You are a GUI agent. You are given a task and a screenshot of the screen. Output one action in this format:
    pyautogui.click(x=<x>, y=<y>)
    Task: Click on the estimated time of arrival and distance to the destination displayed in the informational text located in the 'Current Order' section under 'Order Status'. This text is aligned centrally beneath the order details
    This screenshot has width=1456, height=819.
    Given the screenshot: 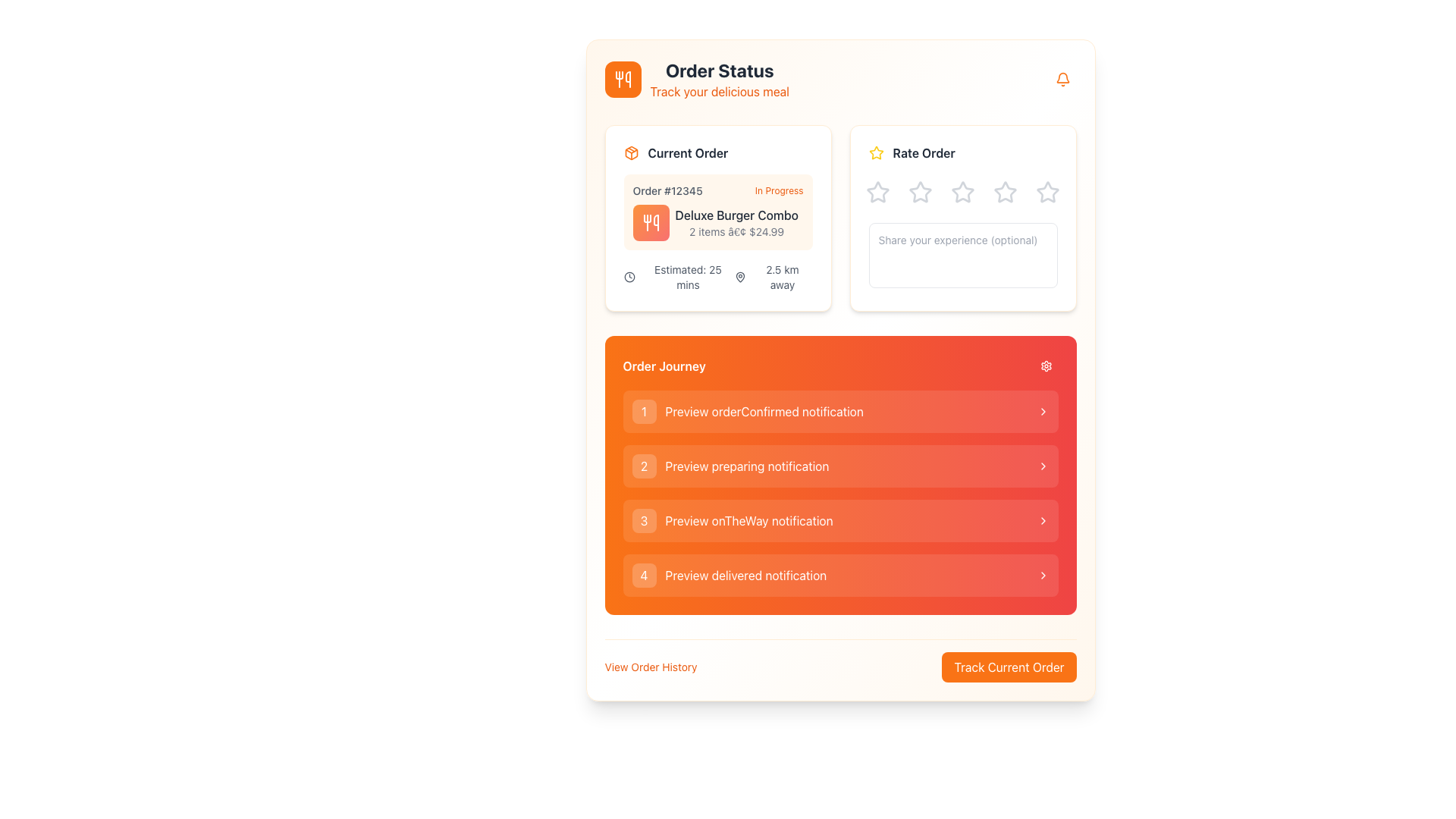 What is the action you would take?
    pyautogui.click(x=717, y=278)
    